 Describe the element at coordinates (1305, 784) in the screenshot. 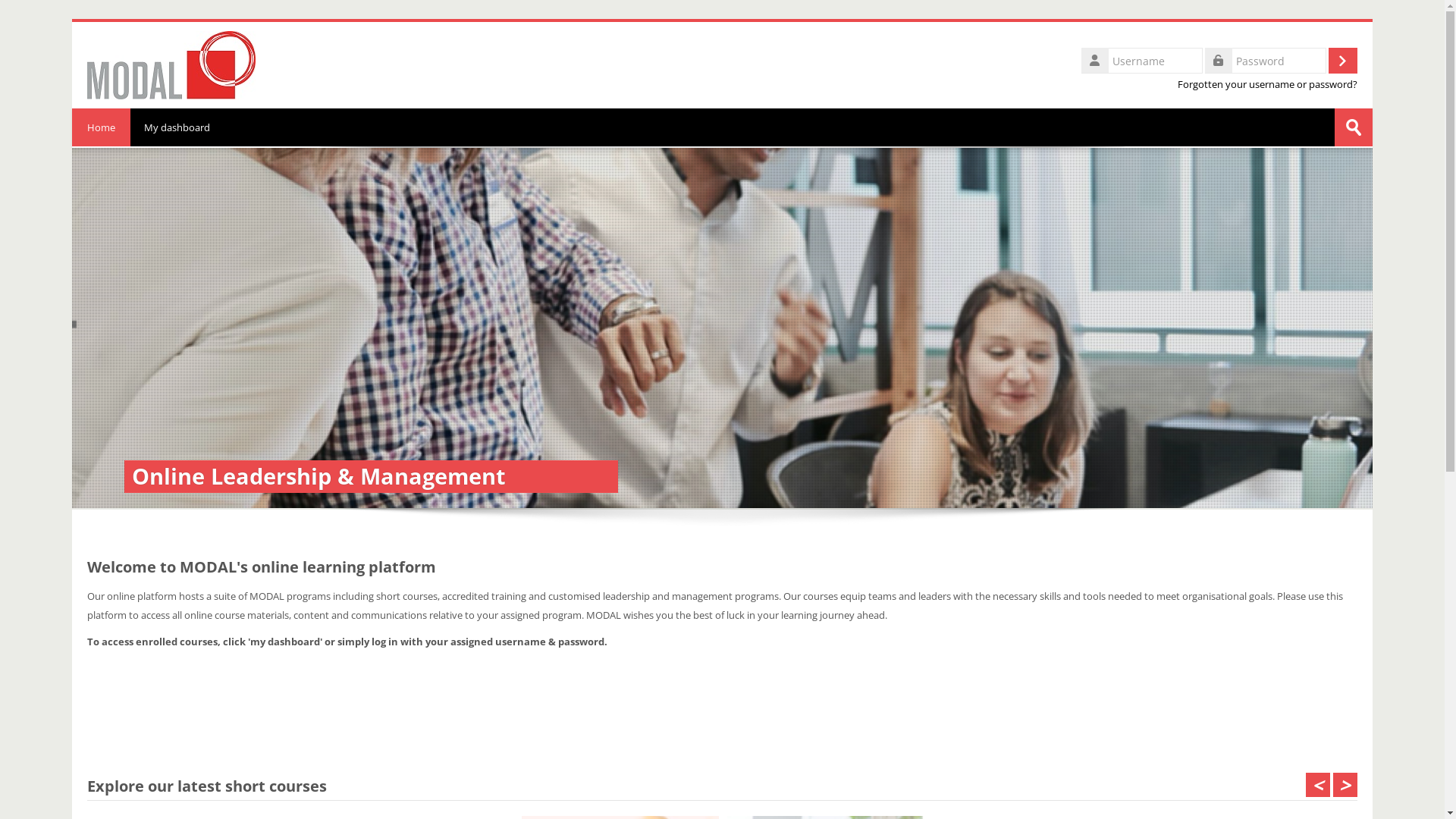

I see `'<'` at that location.